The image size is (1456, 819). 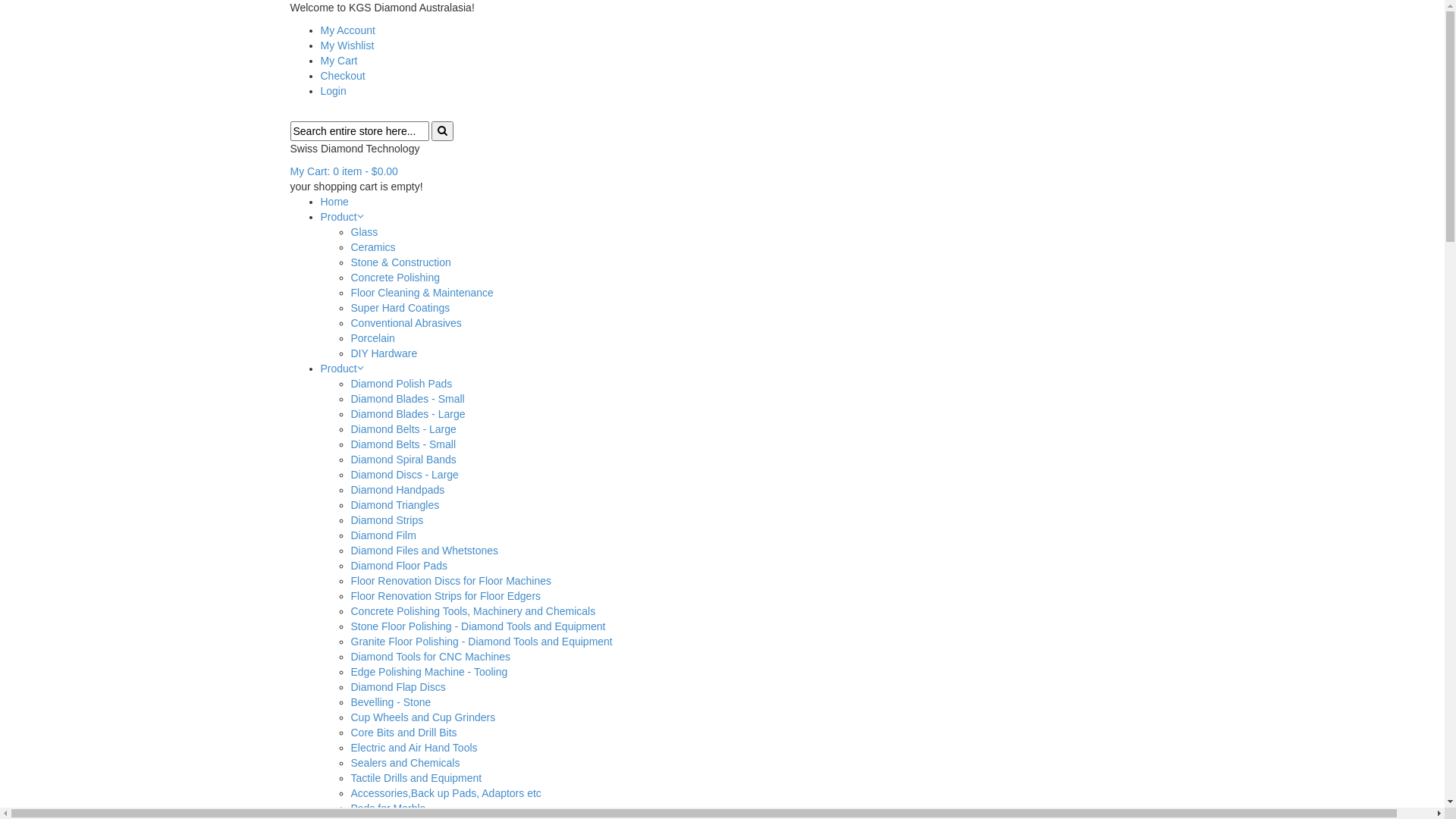 I want to click on 'Diamond Discs - Large', so click(x=403, y=473).